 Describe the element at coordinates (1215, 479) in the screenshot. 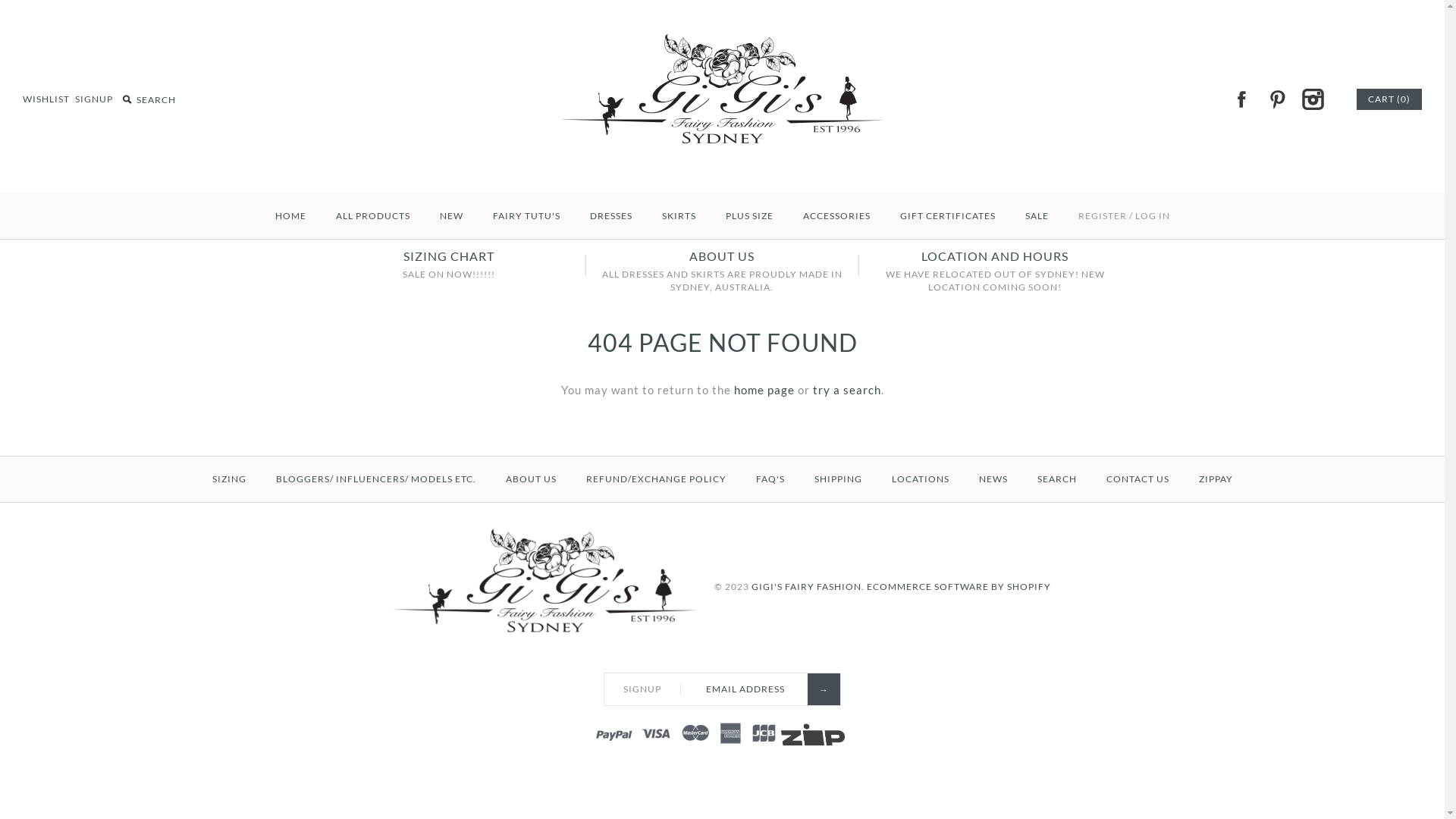

I see `'ZIPPAY'` at that location.